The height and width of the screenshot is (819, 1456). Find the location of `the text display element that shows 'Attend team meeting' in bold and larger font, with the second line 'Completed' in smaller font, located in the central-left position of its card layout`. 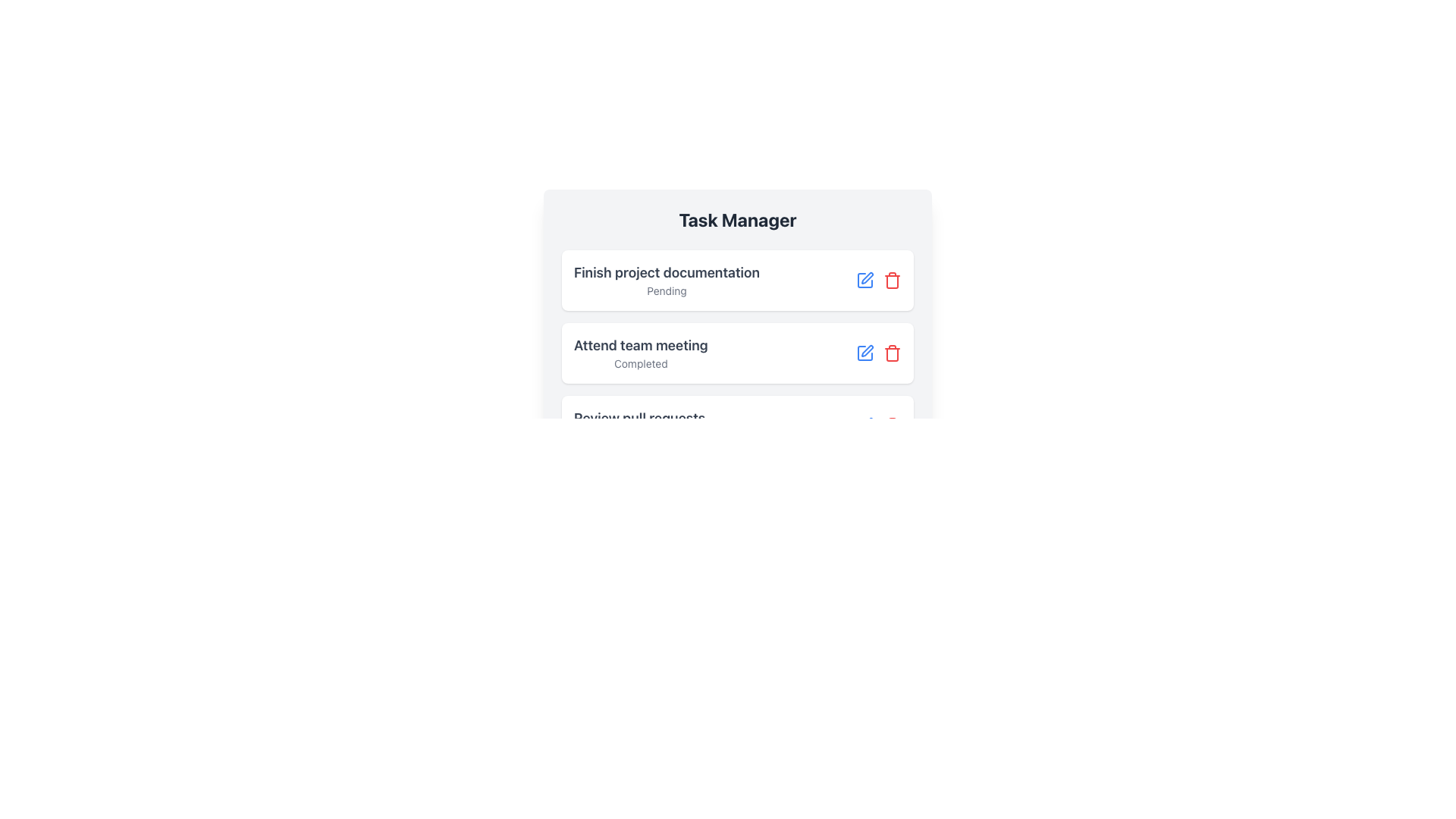

the text display element that shows 'Attend team meeting' in bold and larger font, with the second line 'Completed' in smaller font, located in the central-left position of its card layout is located at coordinates (641, 353).